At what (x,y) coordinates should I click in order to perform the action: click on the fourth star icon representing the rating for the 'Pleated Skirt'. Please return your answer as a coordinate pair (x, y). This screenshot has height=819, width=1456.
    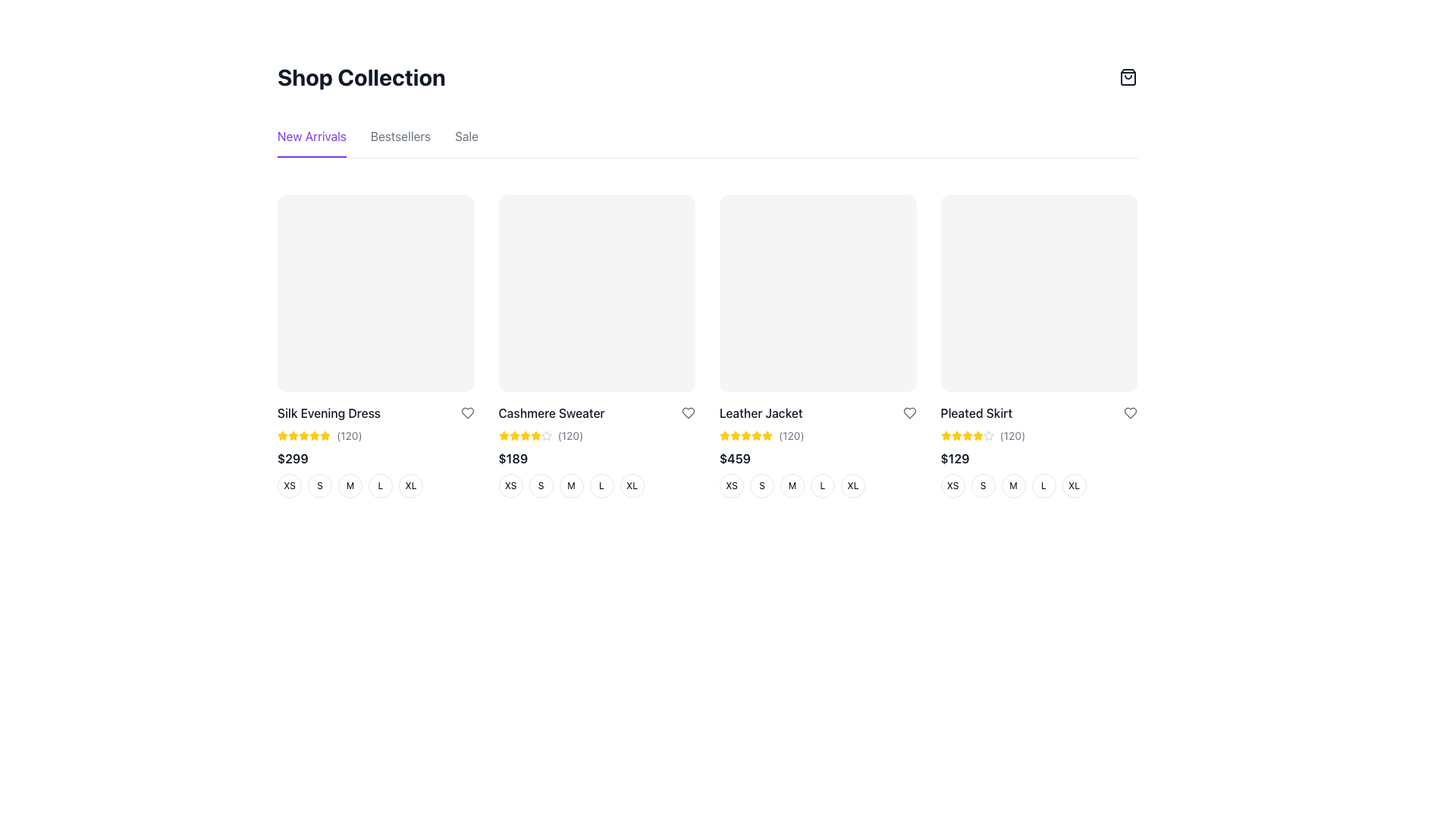
    Looking at the image, I should click on (966, 435).